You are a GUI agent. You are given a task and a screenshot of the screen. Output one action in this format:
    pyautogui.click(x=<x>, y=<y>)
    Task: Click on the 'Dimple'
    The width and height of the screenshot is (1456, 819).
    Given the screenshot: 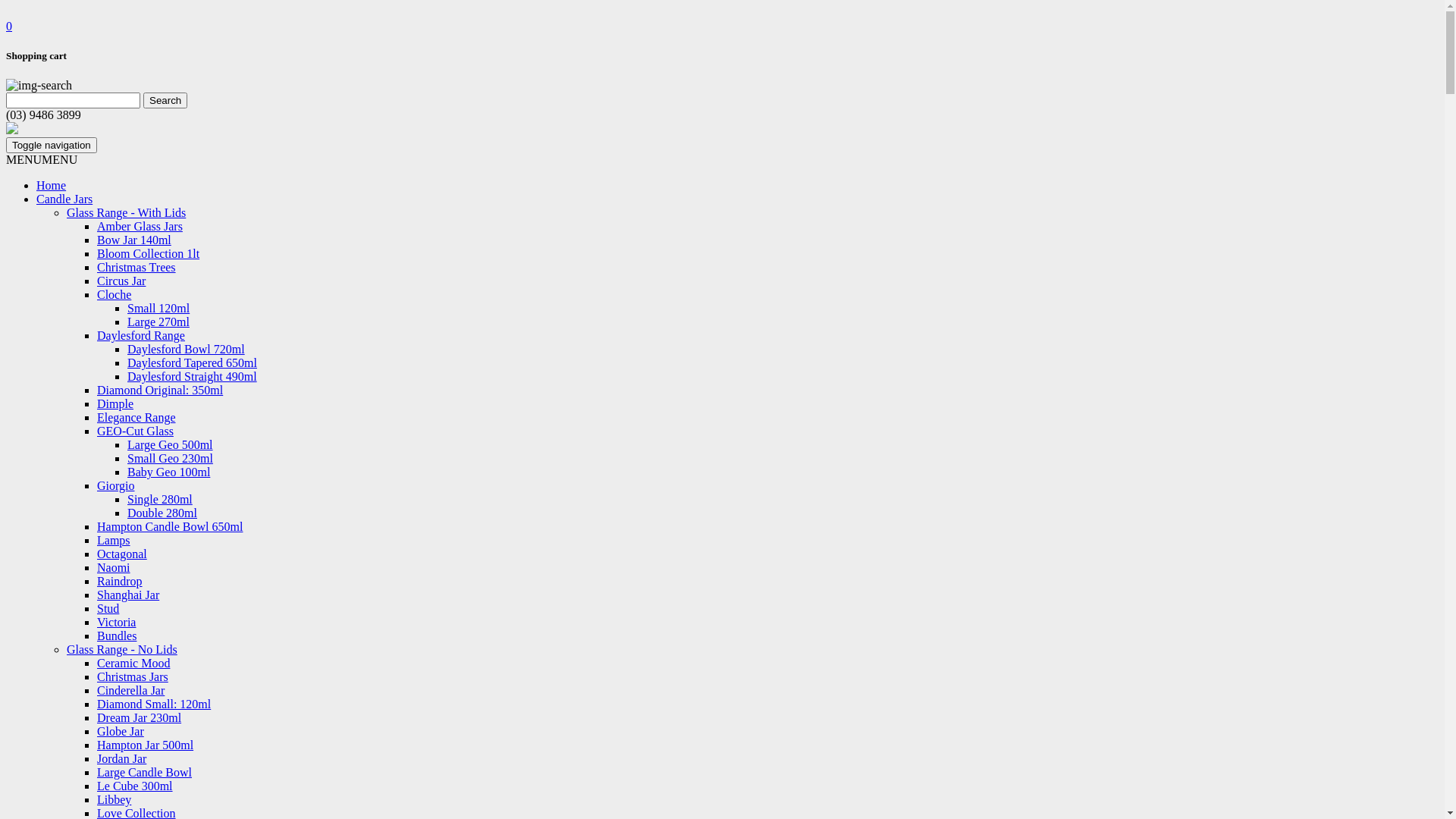 What is the action you would take?
    pyautogui.click(x=115, y=403)
    